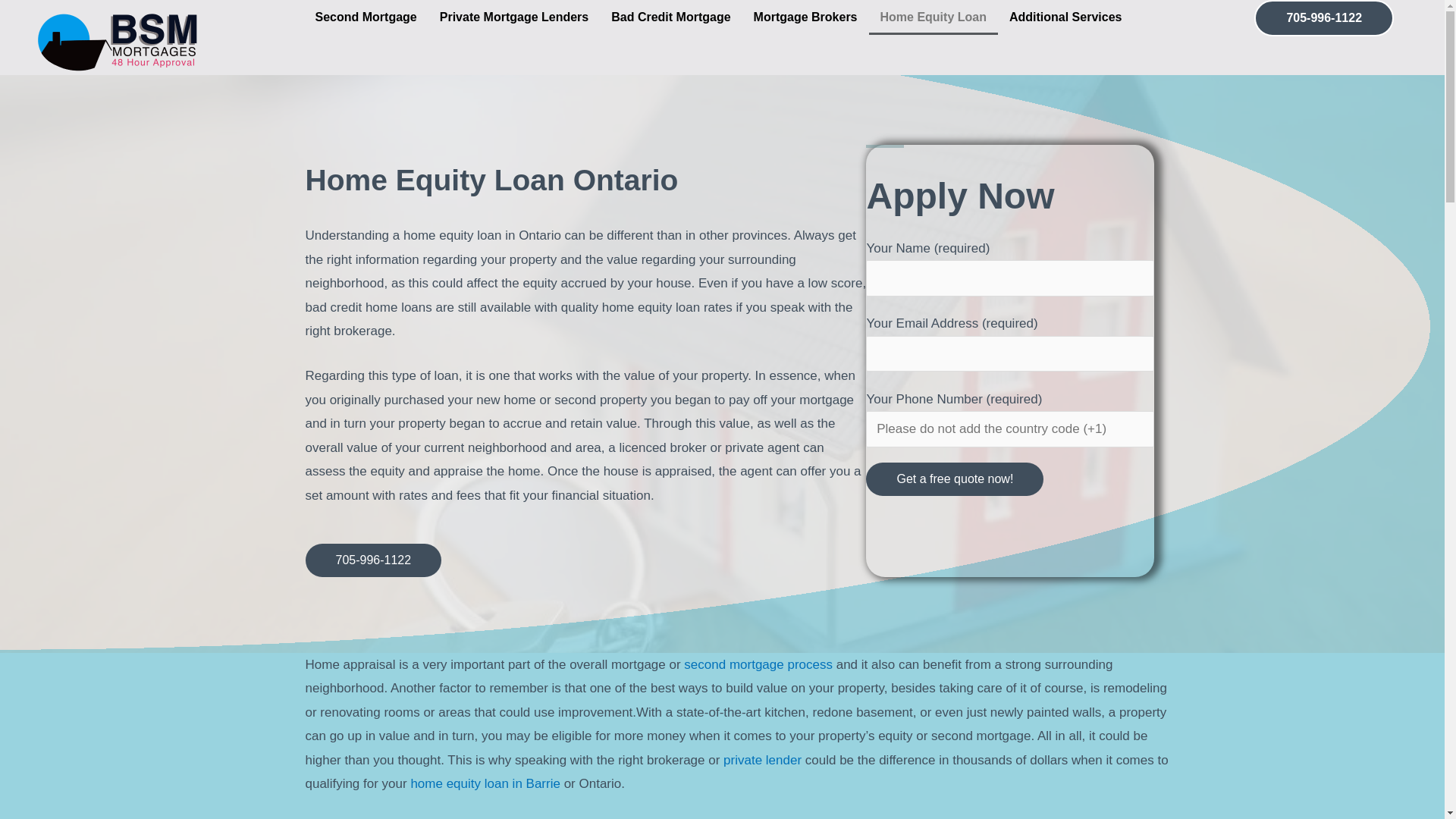 The image size is (1456, 819). Describe the element at coordinates (365, 17) in the screenshot. I see `'Second Mortgage'` at that location.